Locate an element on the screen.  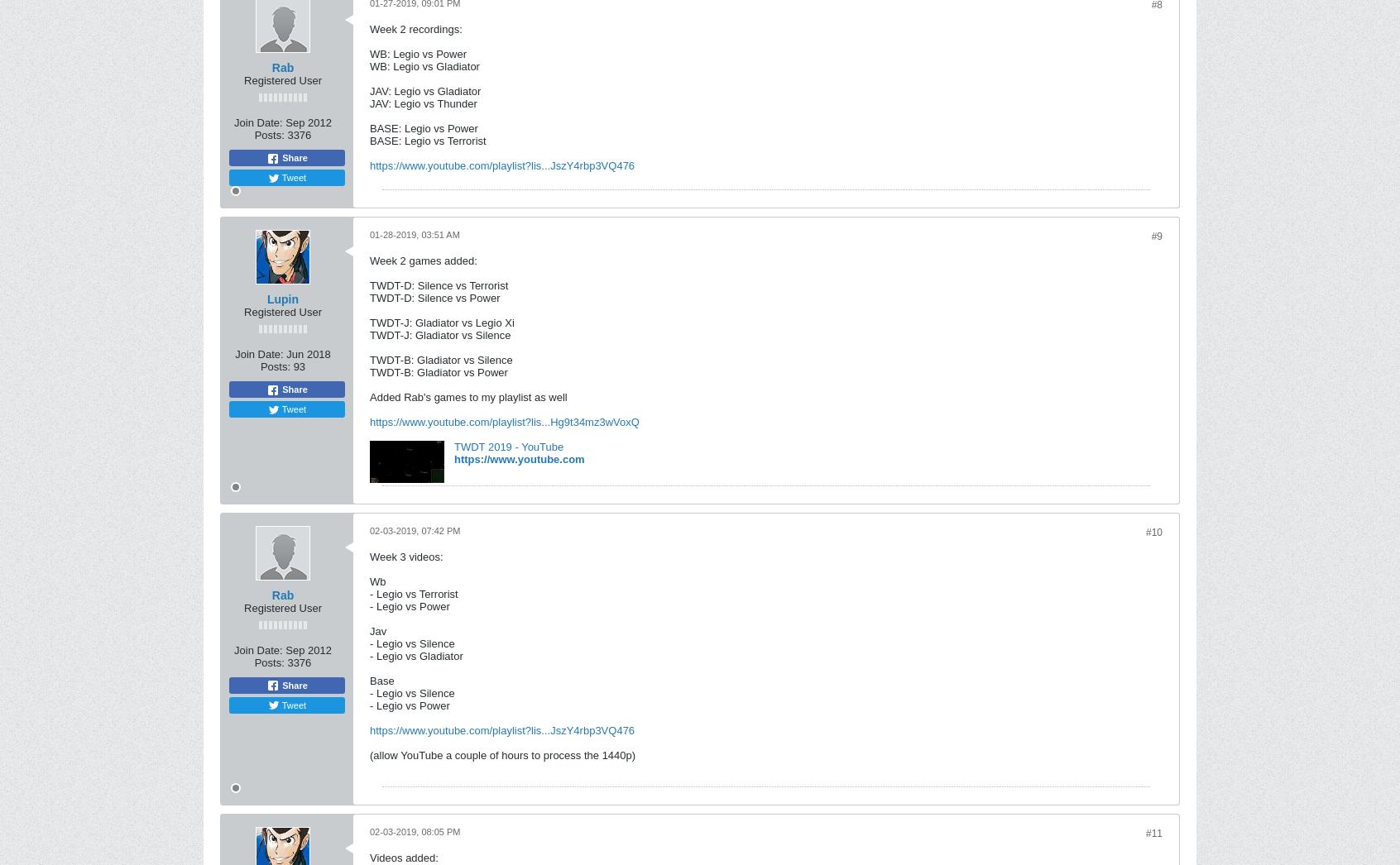
'(allow YouTube a couple of hours to process the 1440p)' is located at coordinates (501, 755).